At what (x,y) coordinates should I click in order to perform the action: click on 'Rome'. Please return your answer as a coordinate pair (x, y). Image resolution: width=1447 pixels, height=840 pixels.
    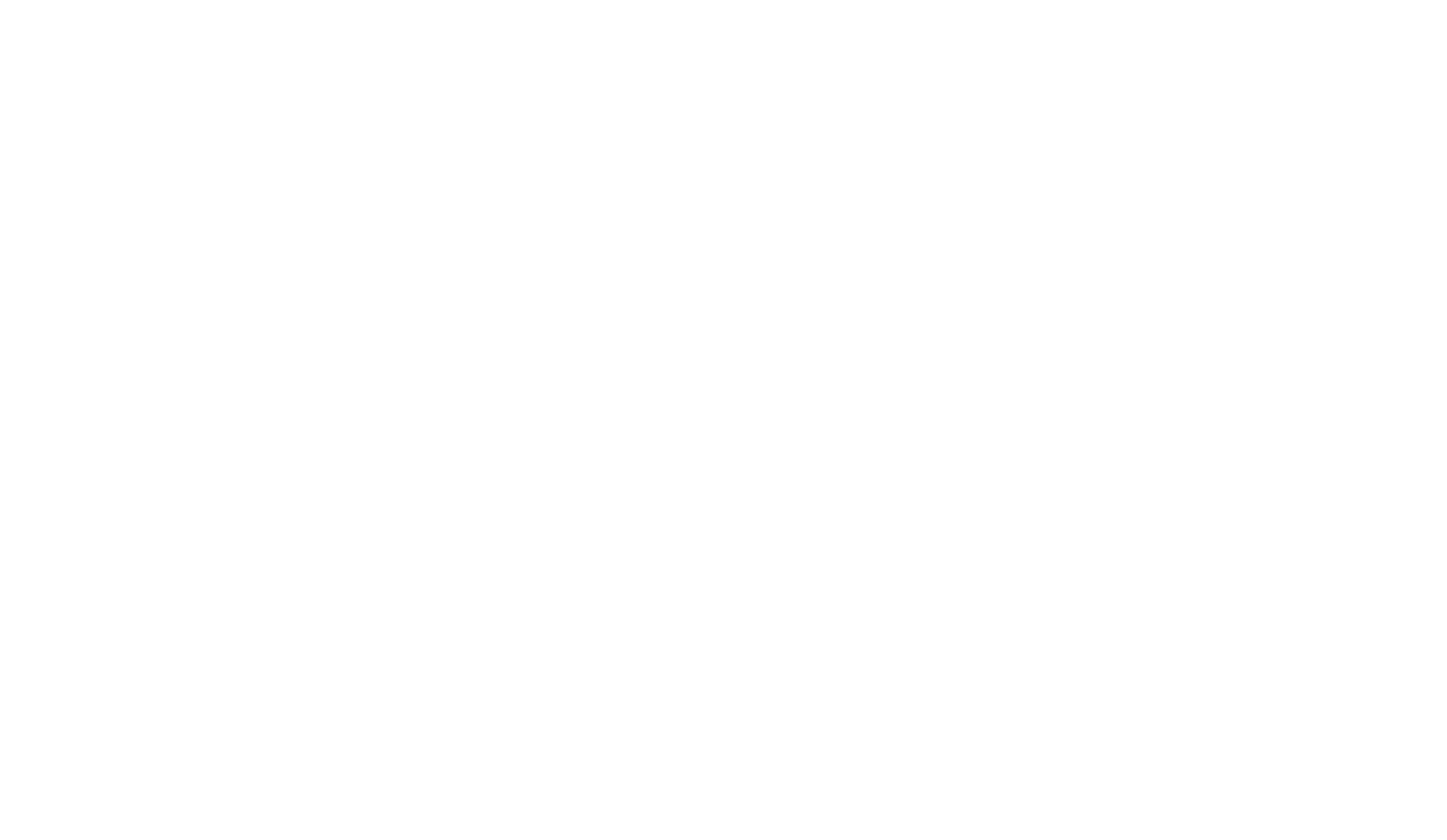
    Looking at the image, I should click on (329, 22).